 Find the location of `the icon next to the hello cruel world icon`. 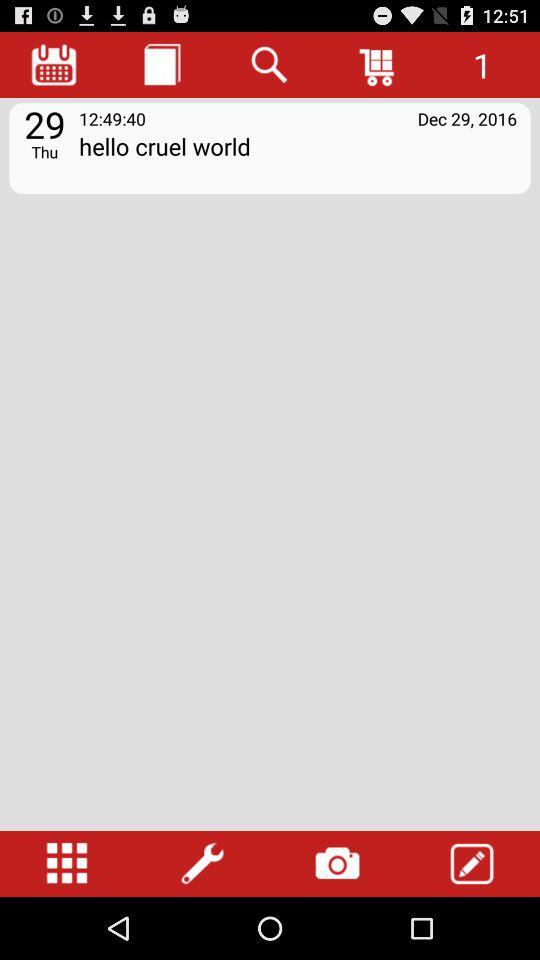

the icon next to the hello cruel world icon is located at coordinates (44, 150).